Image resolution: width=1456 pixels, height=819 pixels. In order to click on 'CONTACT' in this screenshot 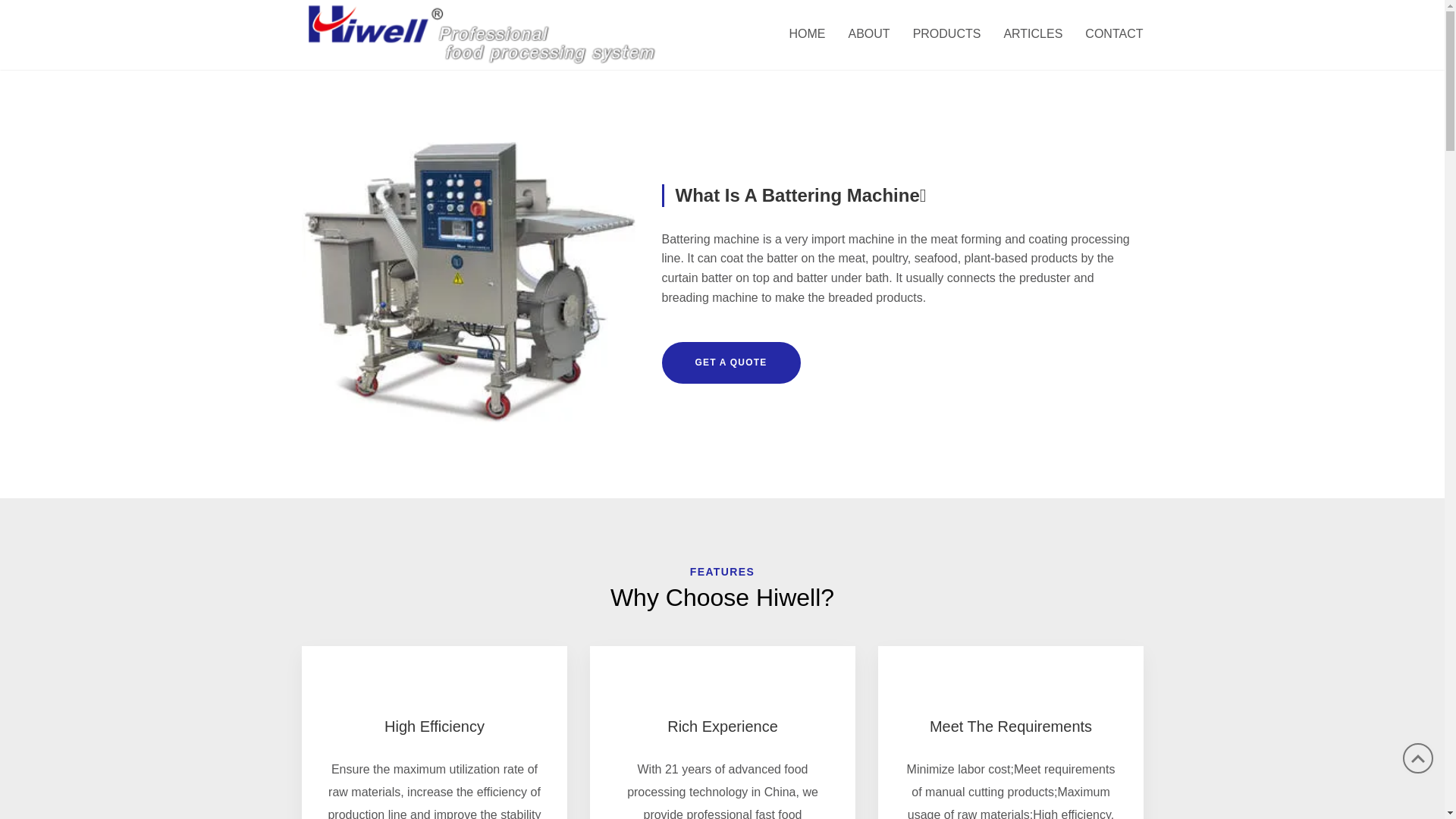, I will do `click(1108, 34)`.